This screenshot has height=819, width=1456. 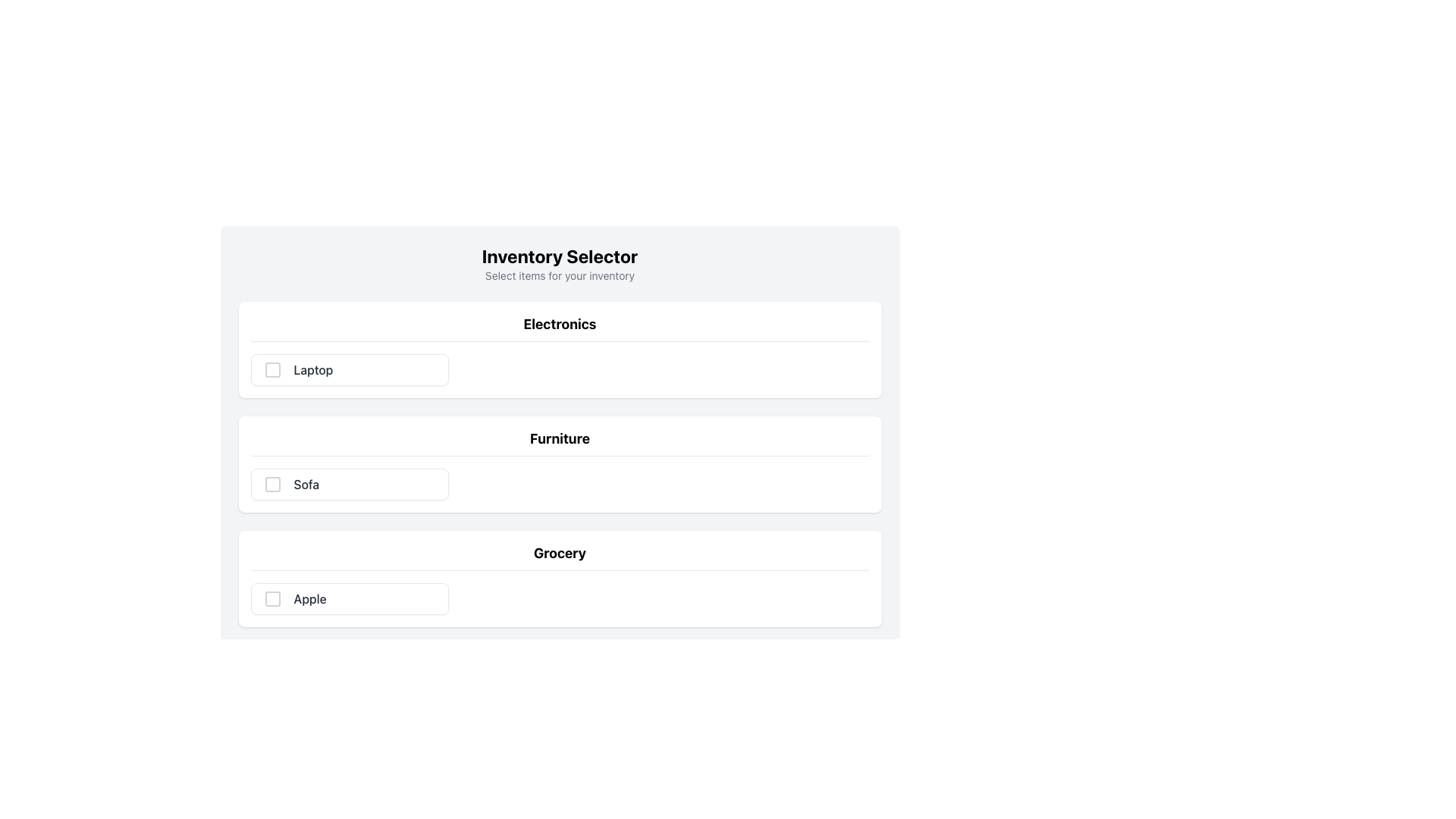 What do you see at coordinates (272, 598) in the screenshot?
I see `the checkbox located to the left of the text 'Apple' in the Grocery section to mark it as selected` at bounding box center [272, 598].